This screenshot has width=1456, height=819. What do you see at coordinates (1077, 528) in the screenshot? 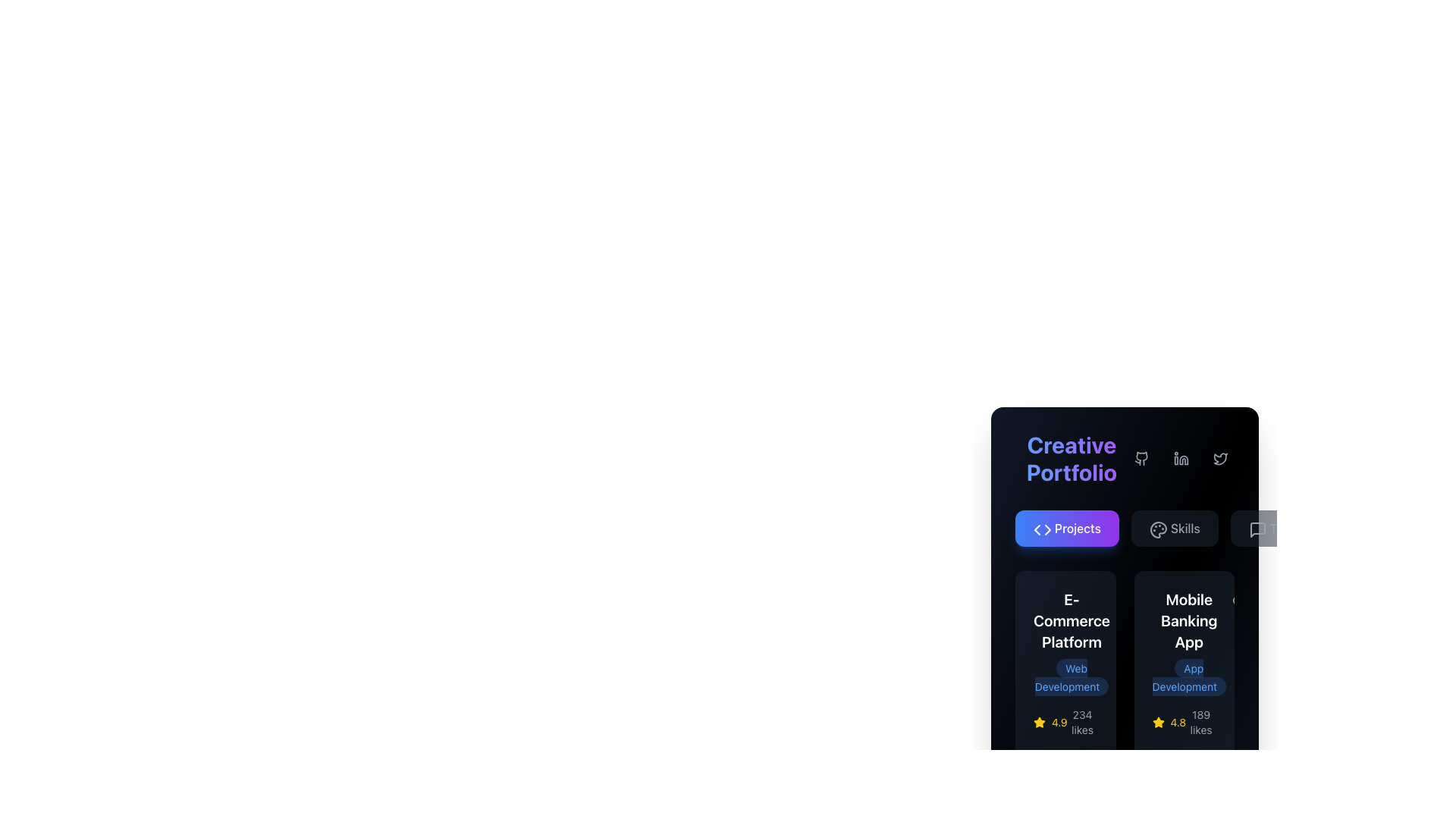
I see `the text label 'Projects' within the button` at bounding box center [1077, 528].